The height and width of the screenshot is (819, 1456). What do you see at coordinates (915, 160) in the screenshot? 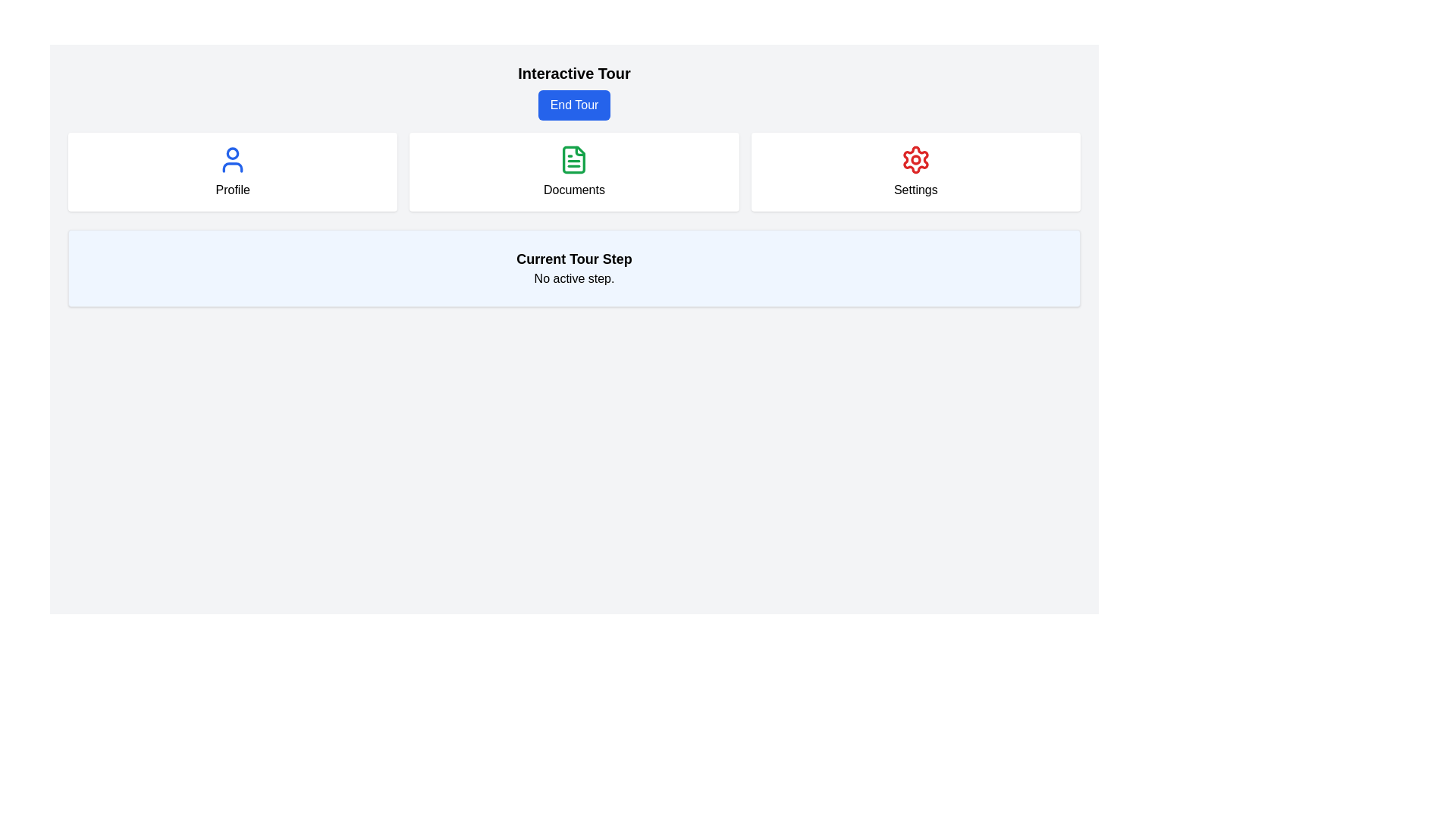
I see `the gear icon which serves as a visual indication for accessing settings or configuration options to interact with the settings functionality` at bounding box center [915, 160].